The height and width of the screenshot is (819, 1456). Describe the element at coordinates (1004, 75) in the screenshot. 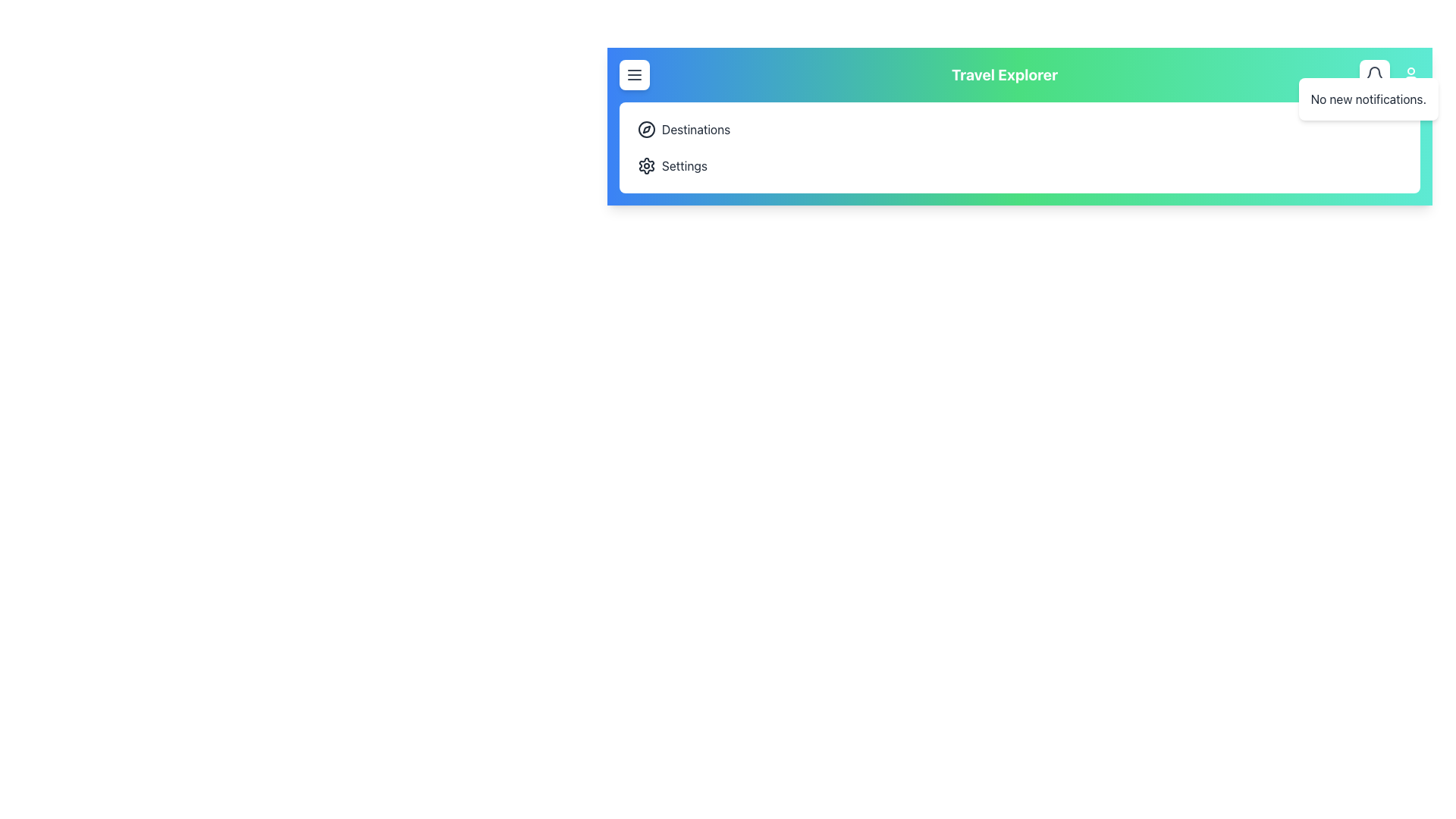

I see `the Text Label that represents the title 'Travel Explorer' in the navigation bar, located centrally between the menu icon and user-related icons` at that location.